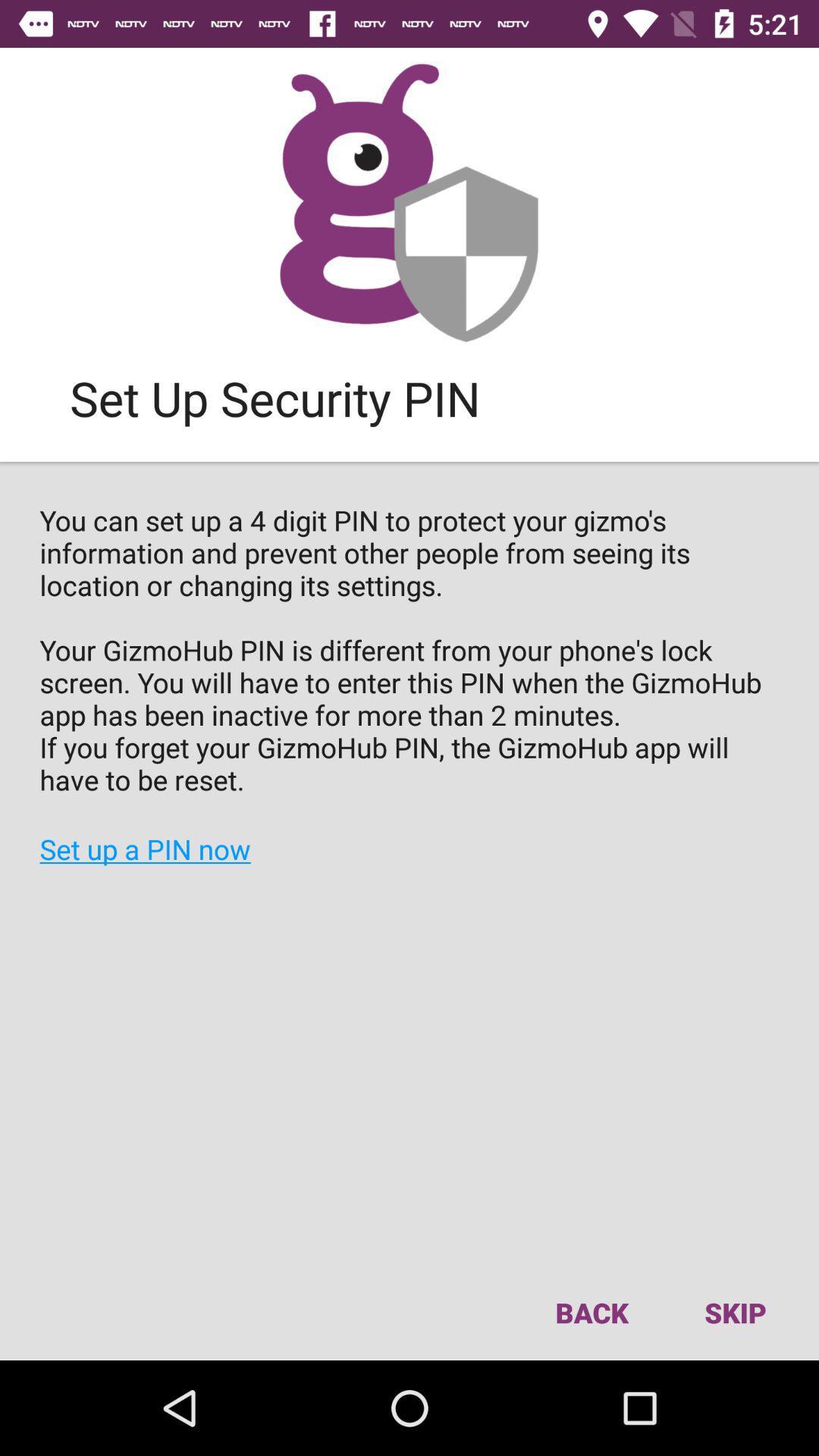 The width and height of the screenshot is (819, 1456). What do you see at coordinates (734, 1312) in the screenshot?
I see `item to the right of the back` at bounding box center [734, 1312].